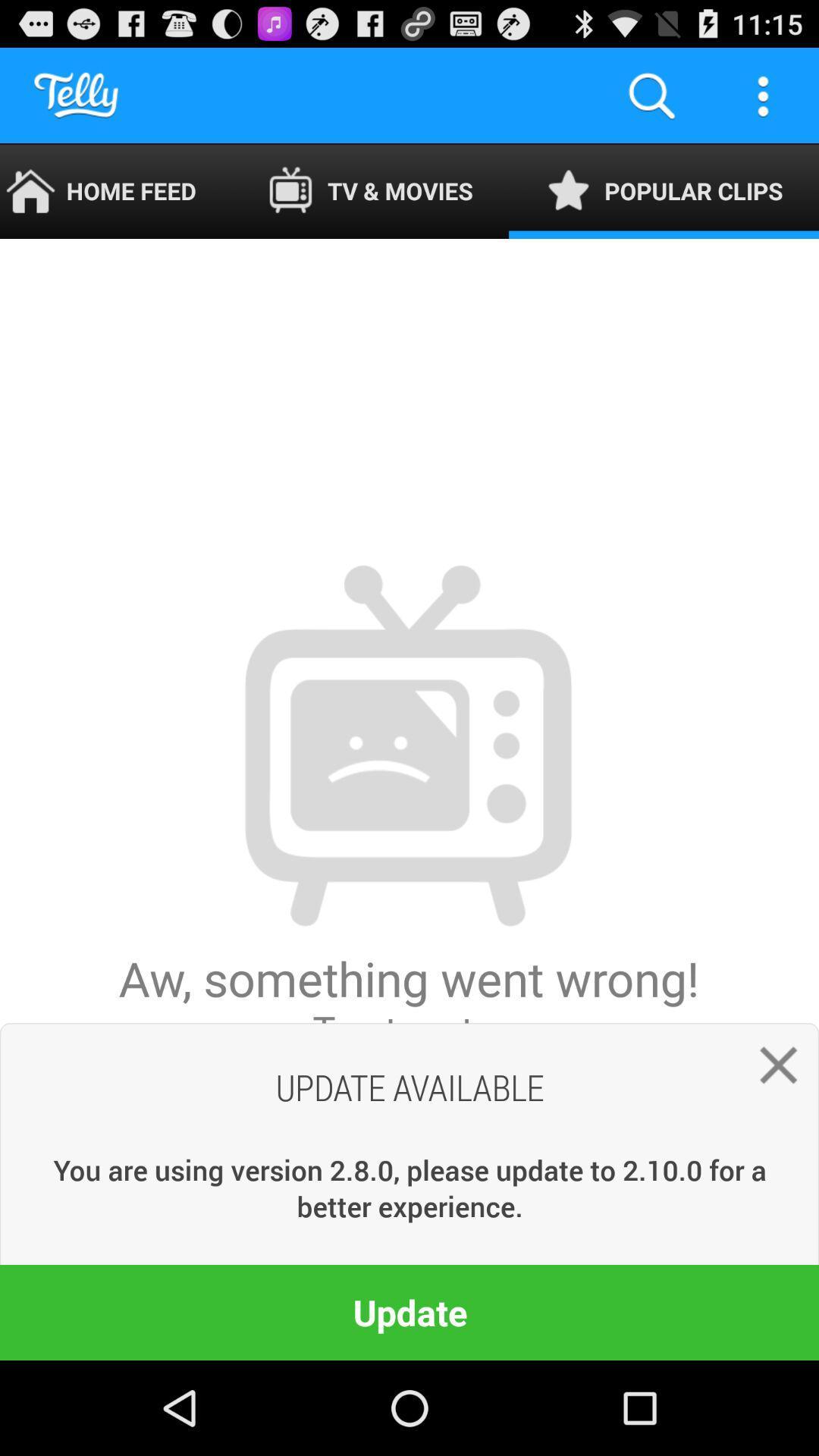  What do you see at coordinates (115, 190) in the screenshot?
I see `home feed item` at bounding box center [115, 190].